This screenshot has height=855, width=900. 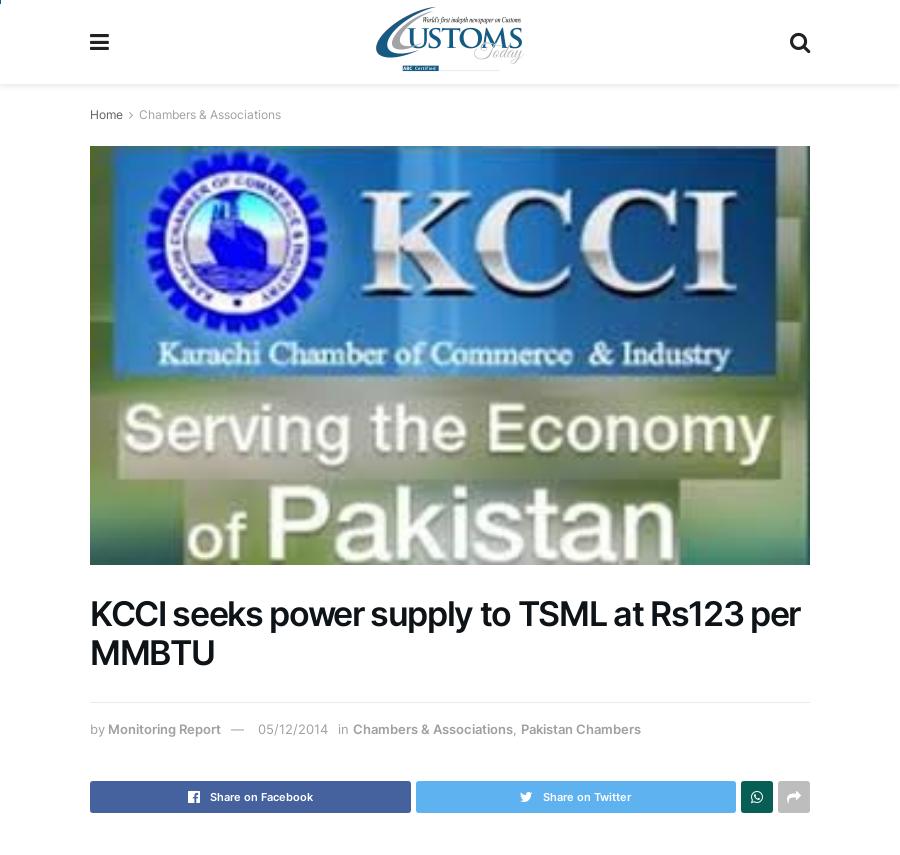 I want to click on ',', so click(x=515, y=728).